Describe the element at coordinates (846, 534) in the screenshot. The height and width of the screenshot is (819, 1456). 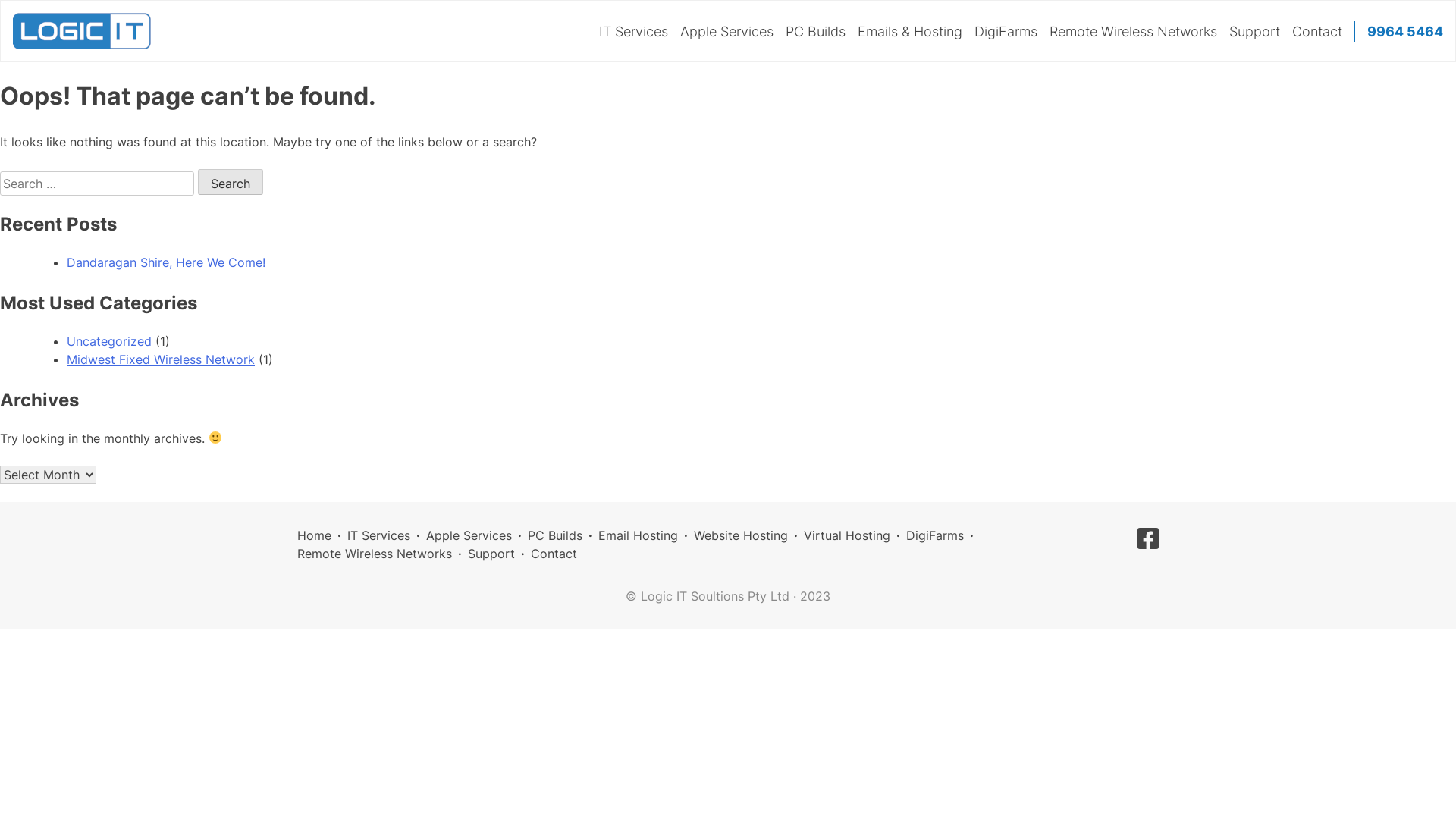
I see `'Virtual Hosting'` at that location.